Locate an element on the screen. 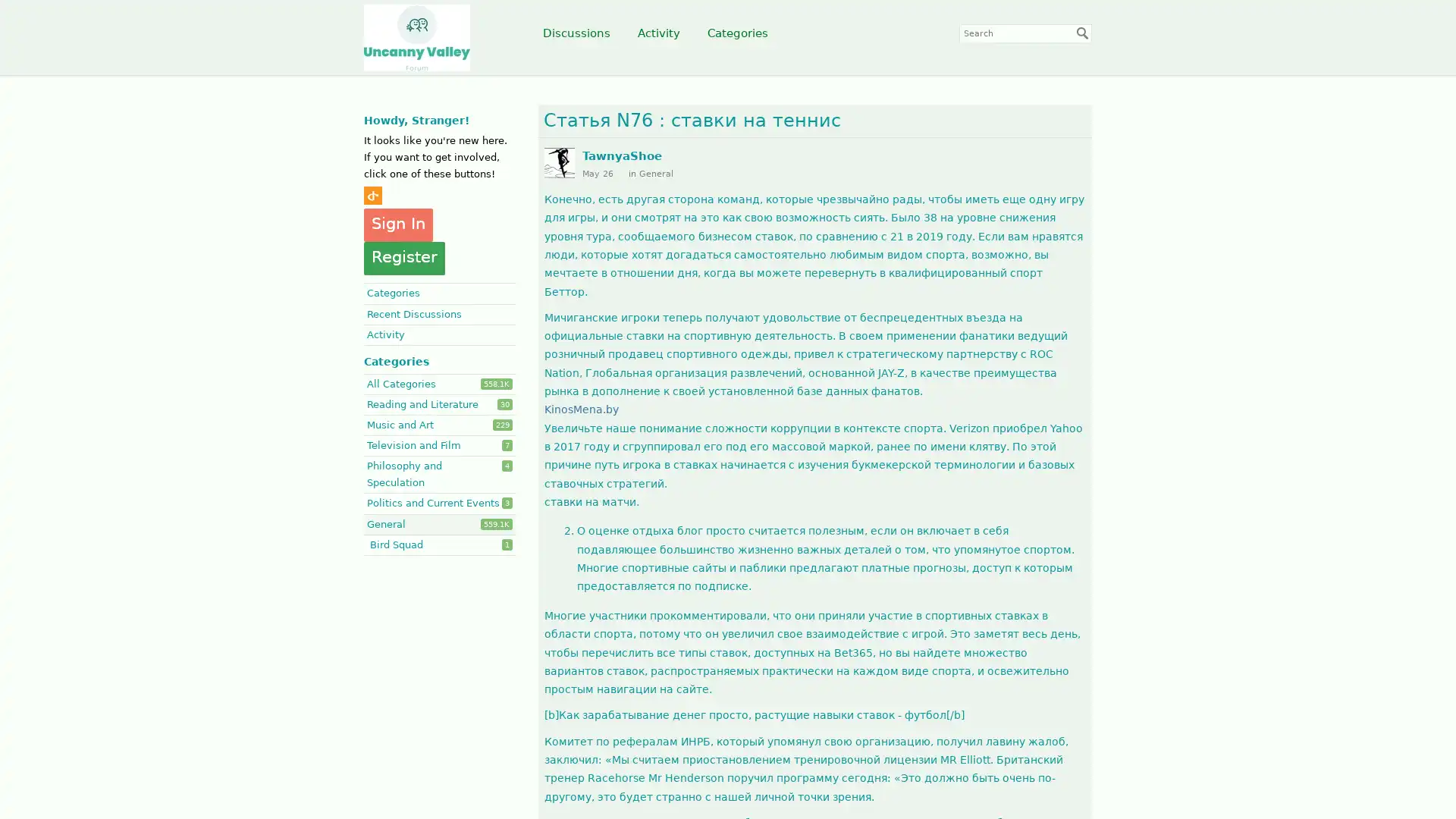 The image size is (1456, 819). Search is located at coordinates (1082, 33).